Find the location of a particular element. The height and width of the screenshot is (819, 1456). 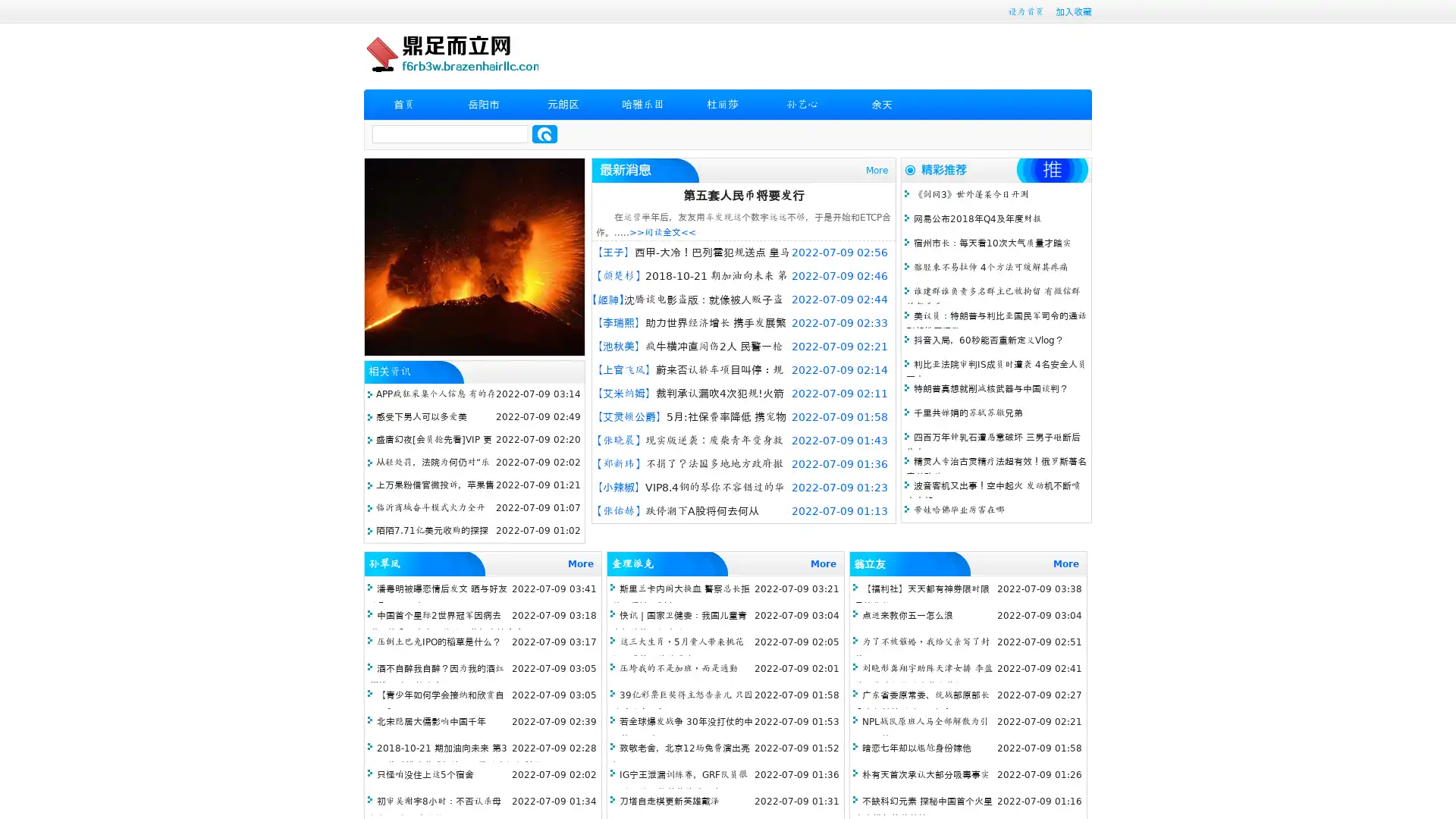

Search is located at coordinates (544, 133).